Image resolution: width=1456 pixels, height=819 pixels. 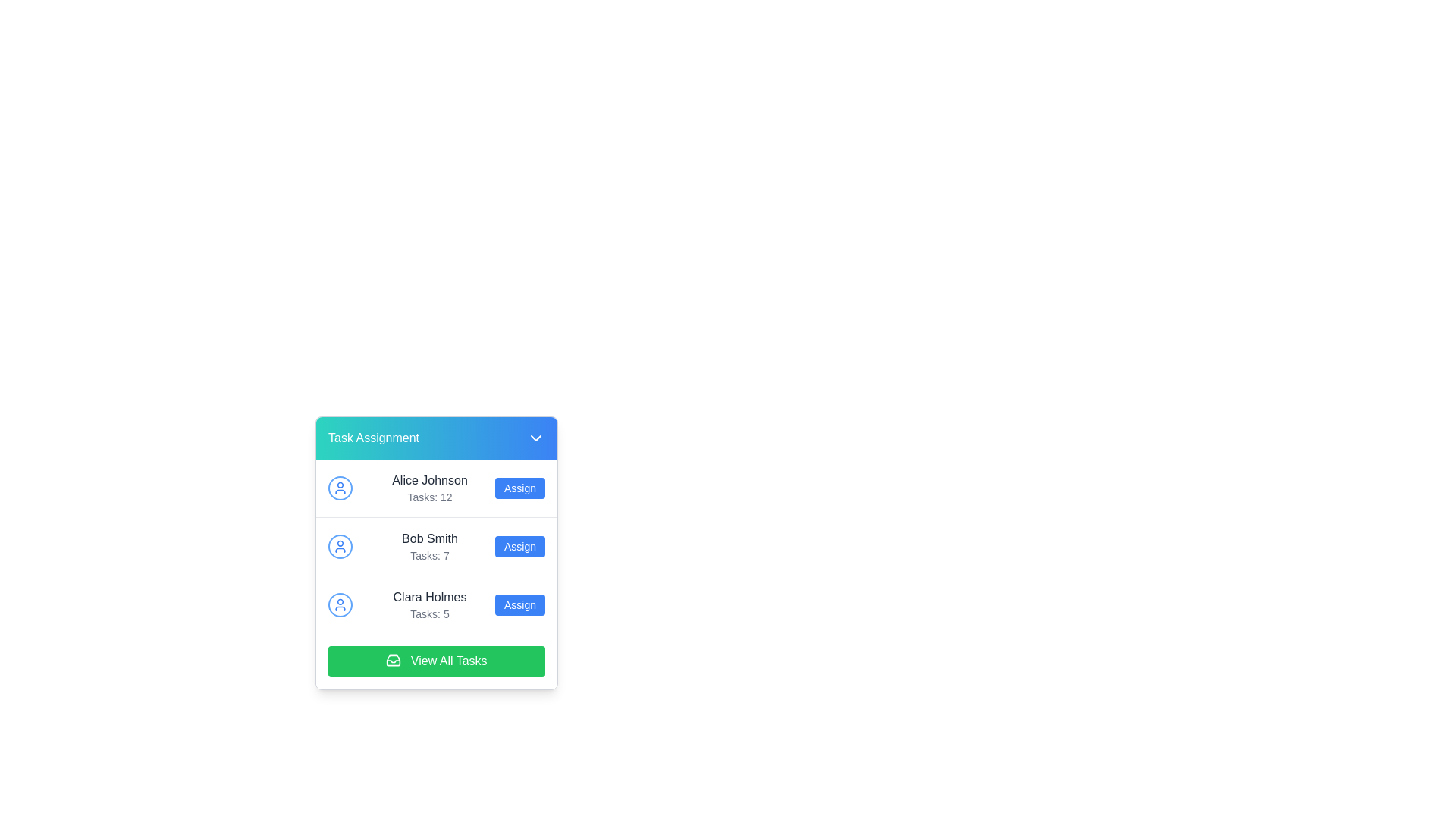 I want to click on the 'View All Tasks' button, which is a vibrant green rectangular button located at the bottom of the 'Task Assignment' panel, featuring an inbox icon and white text, so click(x=436, y=660).